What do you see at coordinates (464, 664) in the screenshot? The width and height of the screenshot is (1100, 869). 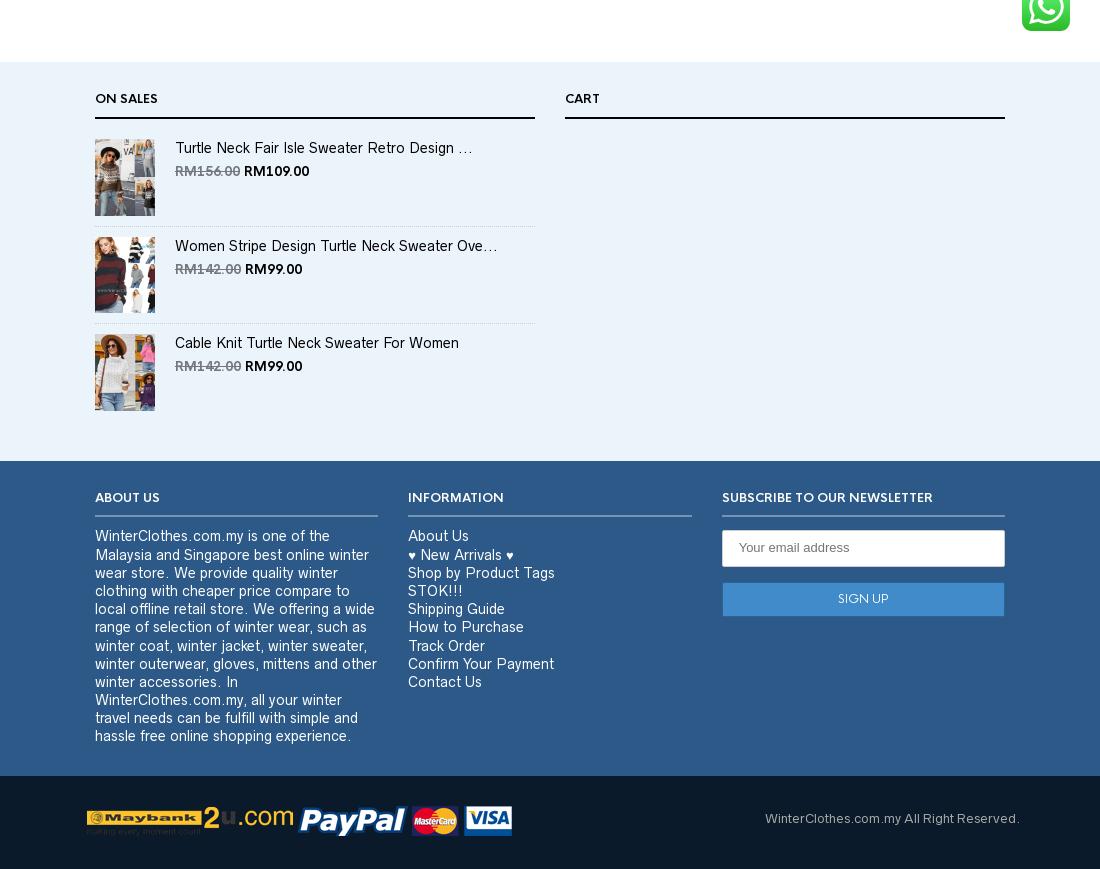 I see `'How to Purchase'` at bounding box center [464, 664].